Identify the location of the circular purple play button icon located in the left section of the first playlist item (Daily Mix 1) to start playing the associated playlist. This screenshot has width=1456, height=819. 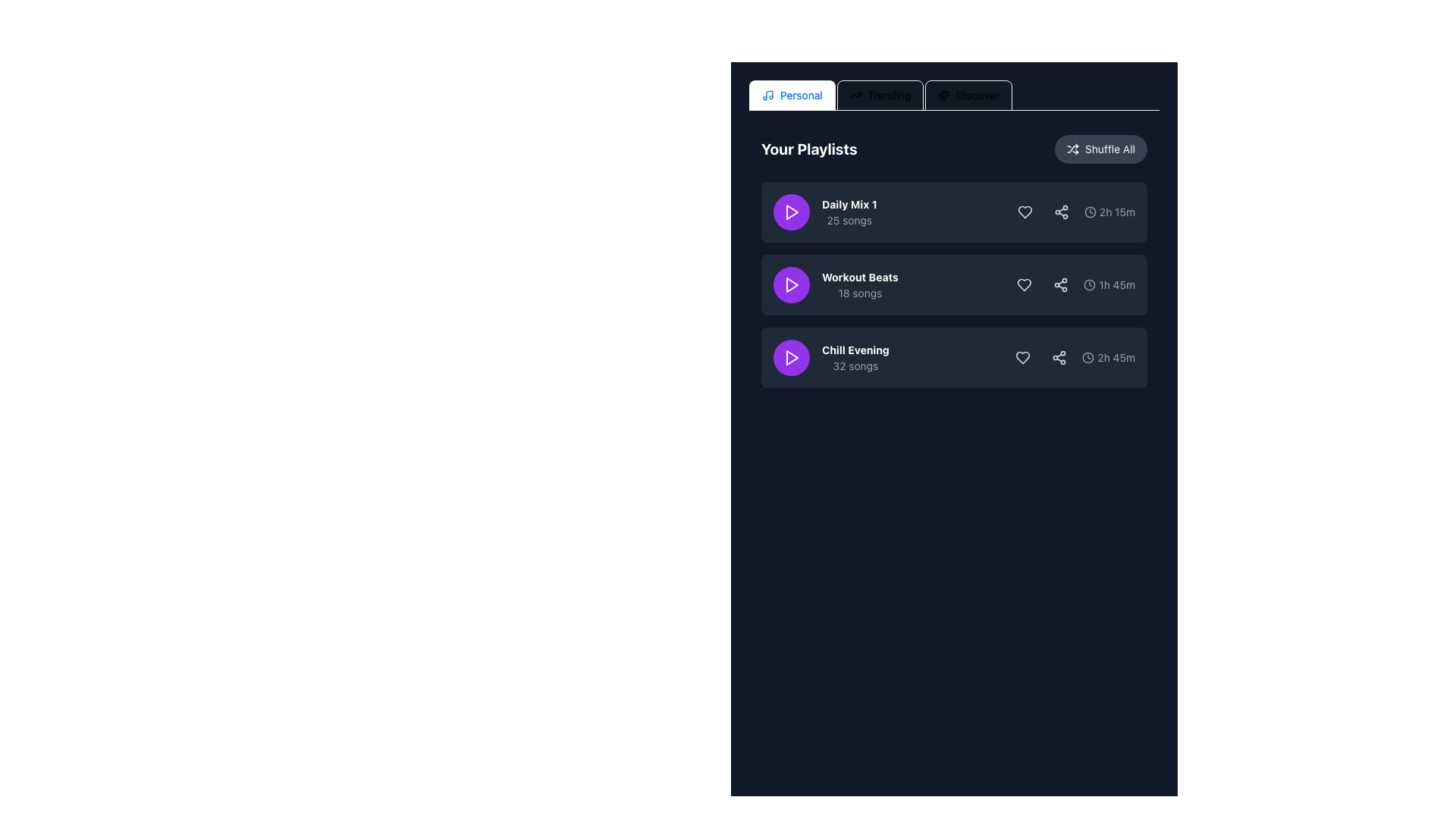
(792, 212).